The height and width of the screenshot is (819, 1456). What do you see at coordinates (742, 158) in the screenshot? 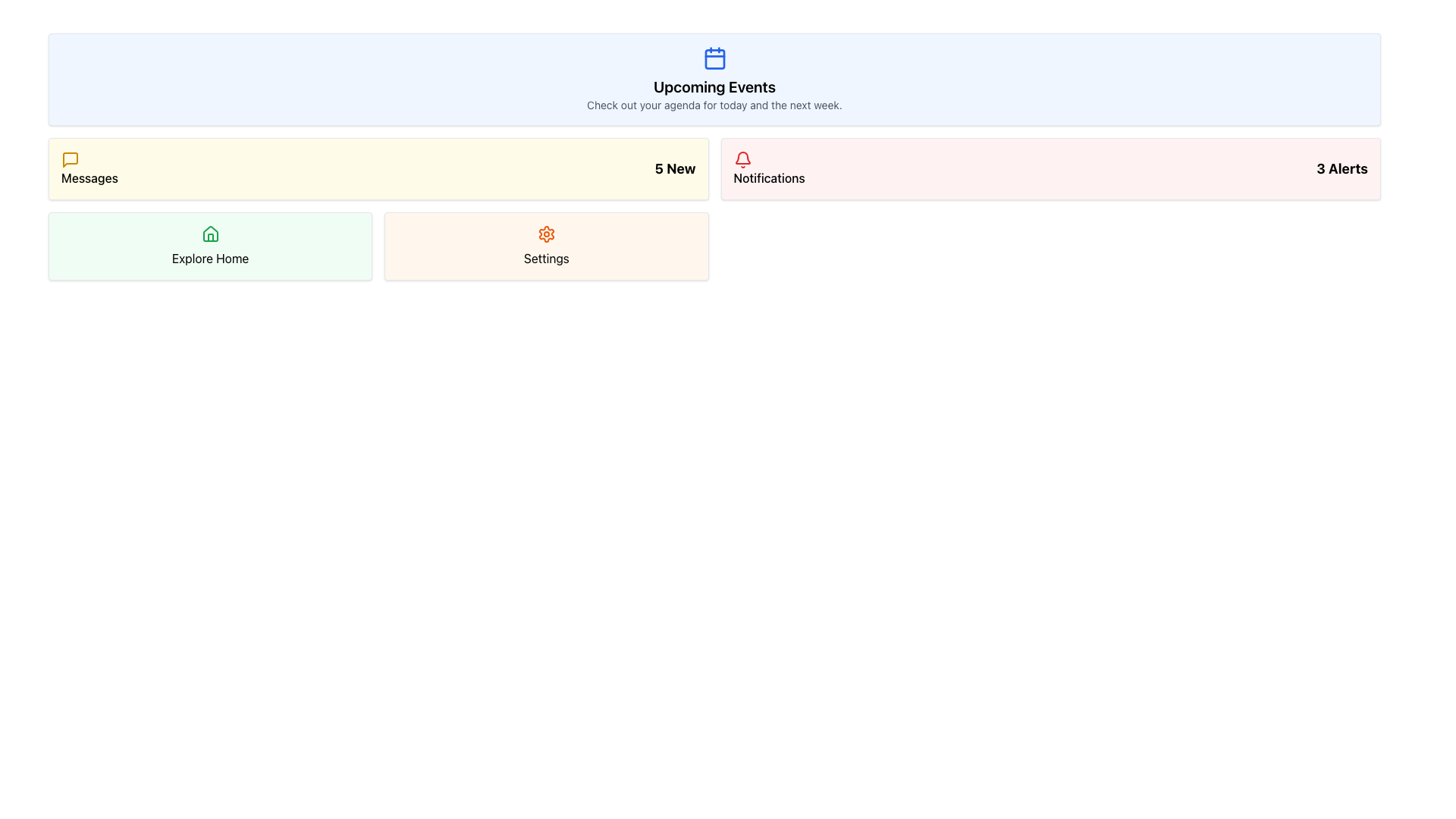
I see `the notification icon, which is centrally located within the red-colored notification box, indicating updates or alerts` at bounding box center [742, 158].